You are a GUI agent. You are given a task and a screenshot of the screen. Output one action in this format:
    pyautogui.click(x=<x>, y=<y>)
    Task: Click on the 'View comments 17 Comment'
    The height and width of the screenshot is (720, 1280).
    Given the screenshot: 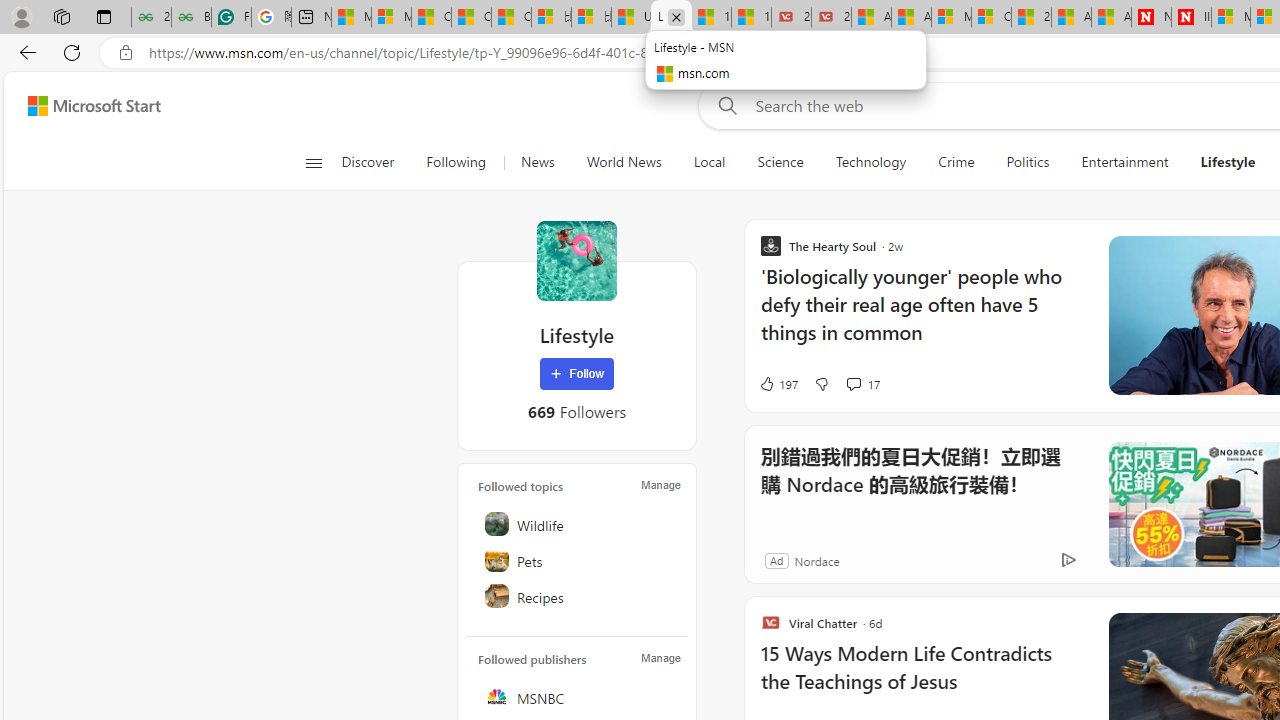 What is the action you would take?
    pyautogui.click(x=853, y=383)
    